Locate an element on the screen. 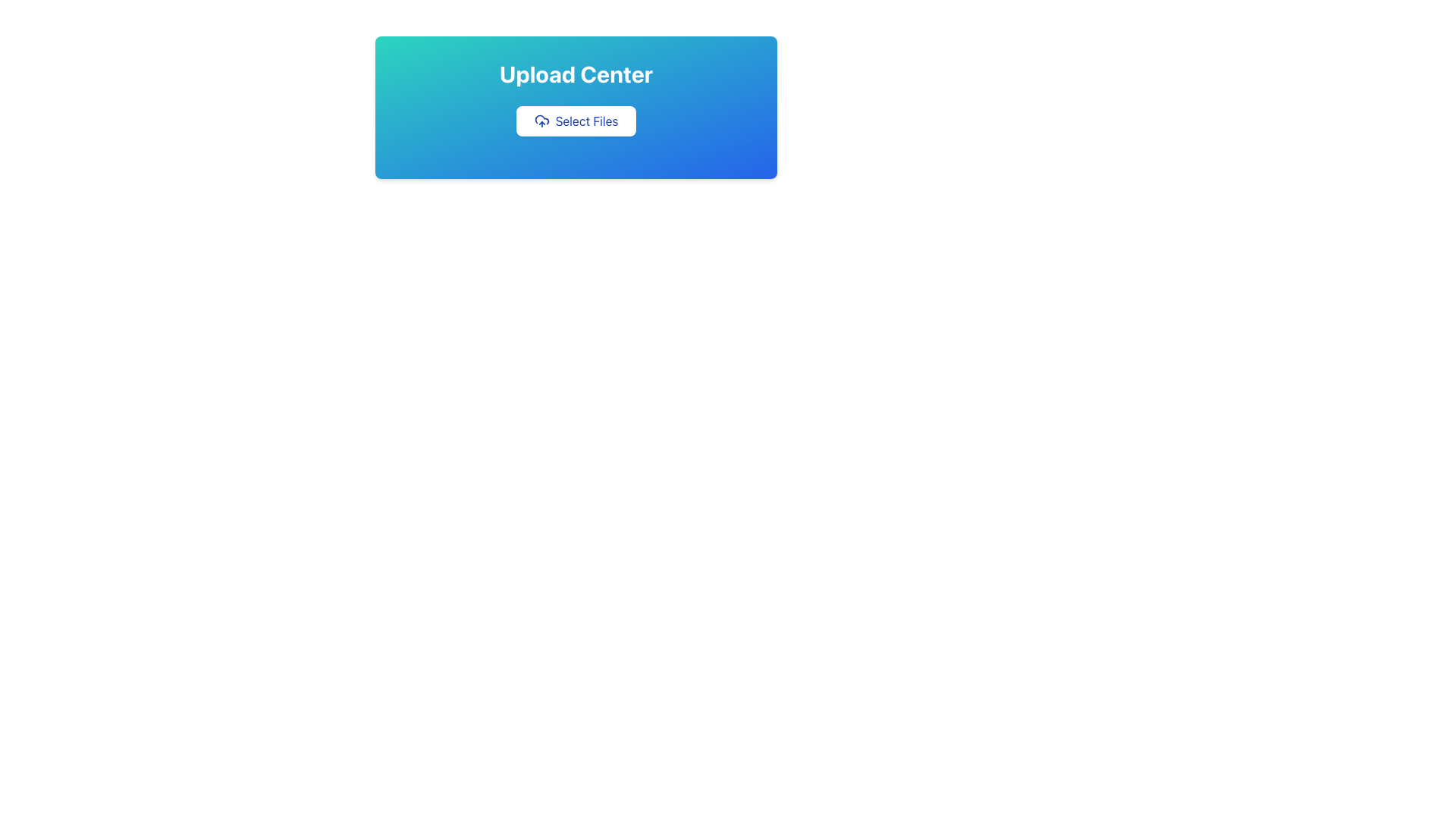 The height and width of the screenshot is (819, 1456). the button located directly below the 'Upload Center' label is located at coordinates (575, 120).